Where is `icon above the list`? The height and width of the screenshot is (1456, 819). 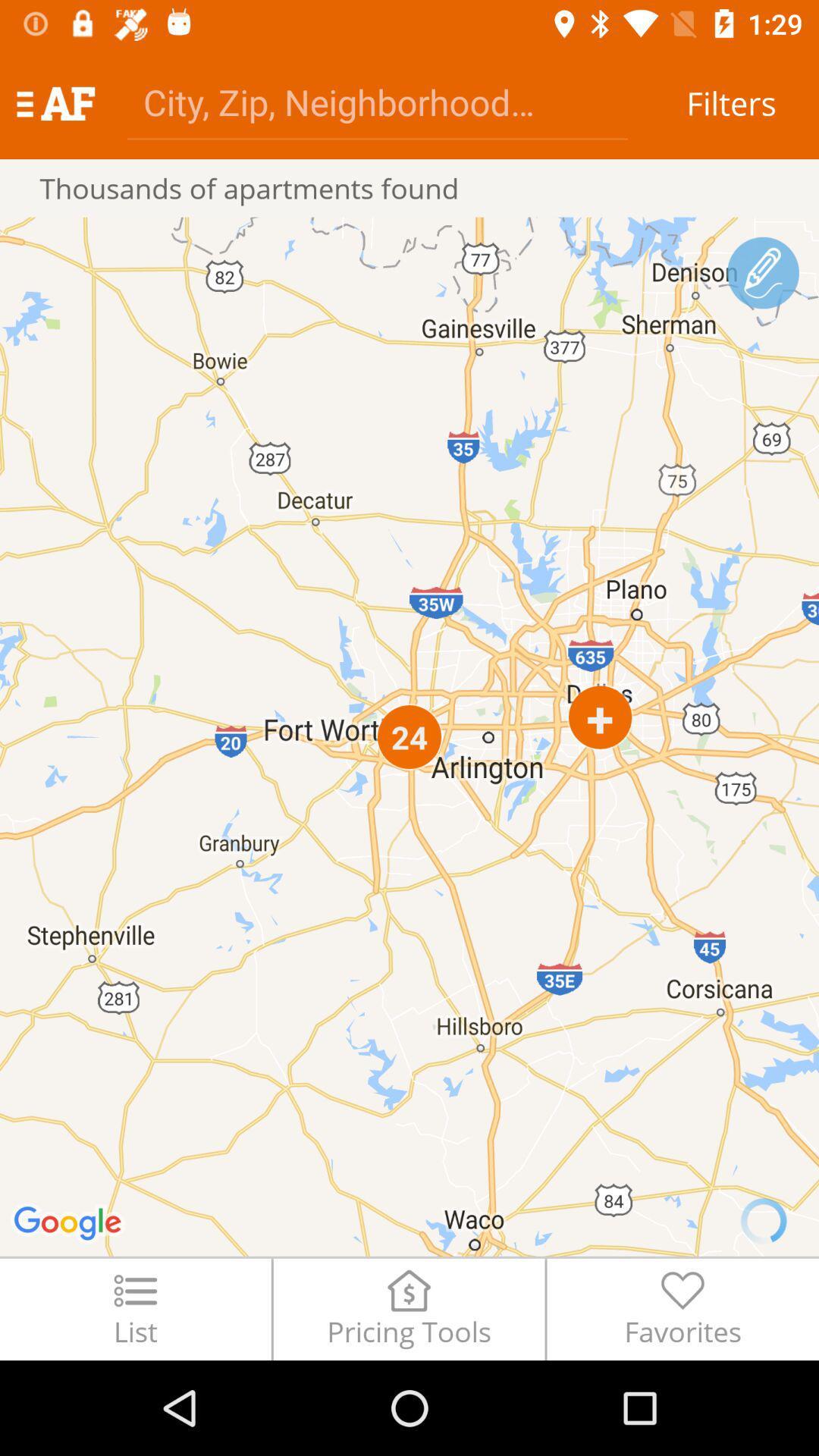
icon above the list is located at coordinates (409, 736).